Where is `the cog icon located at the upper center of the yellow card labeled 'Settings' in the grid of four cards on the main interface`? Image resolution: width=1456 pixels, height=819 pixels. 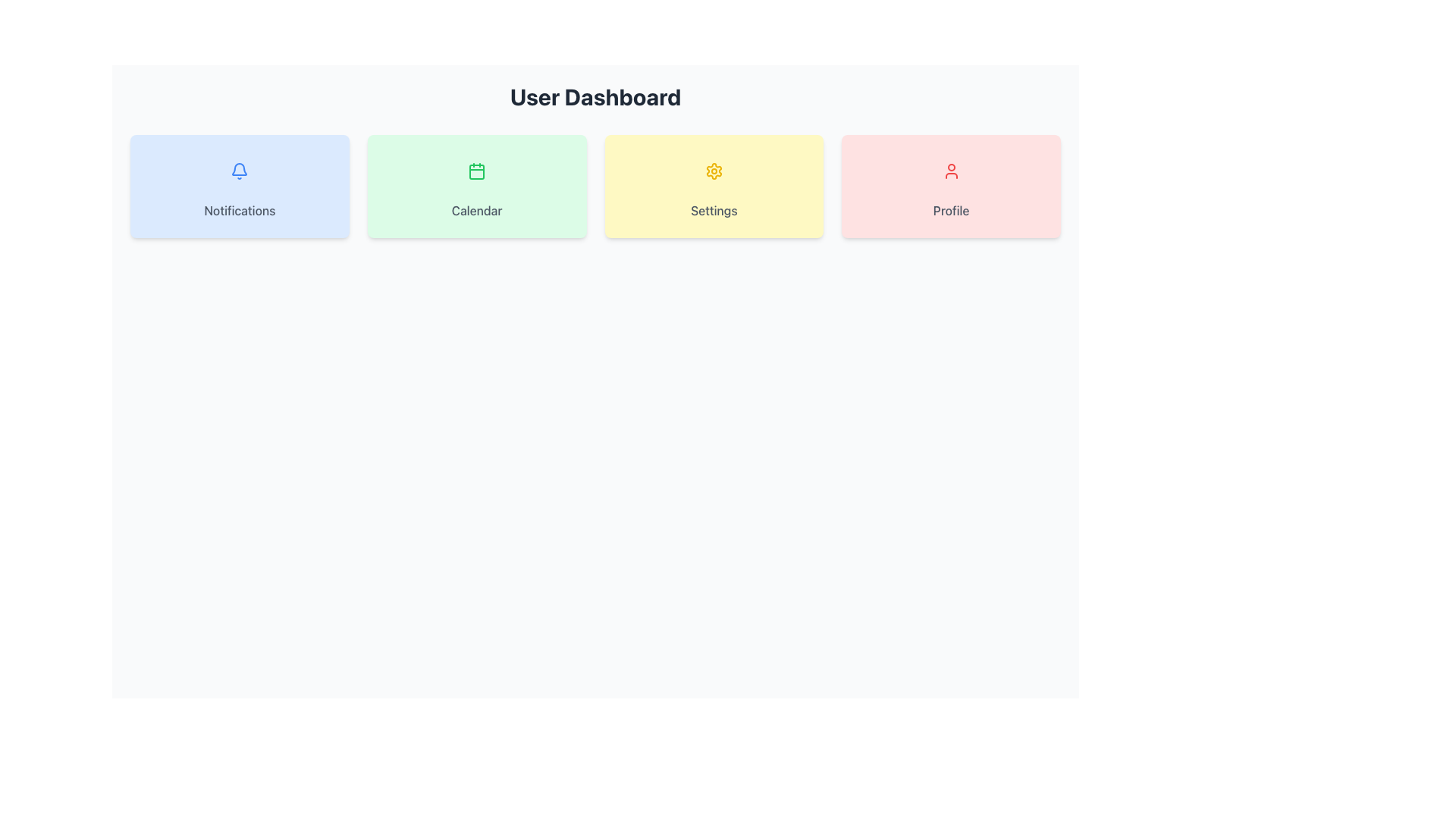 the cog icon located at the upper center of the yellow card labeled 'Settings' in the grid of four cards on the main interface is located at coordinates (713, 171).